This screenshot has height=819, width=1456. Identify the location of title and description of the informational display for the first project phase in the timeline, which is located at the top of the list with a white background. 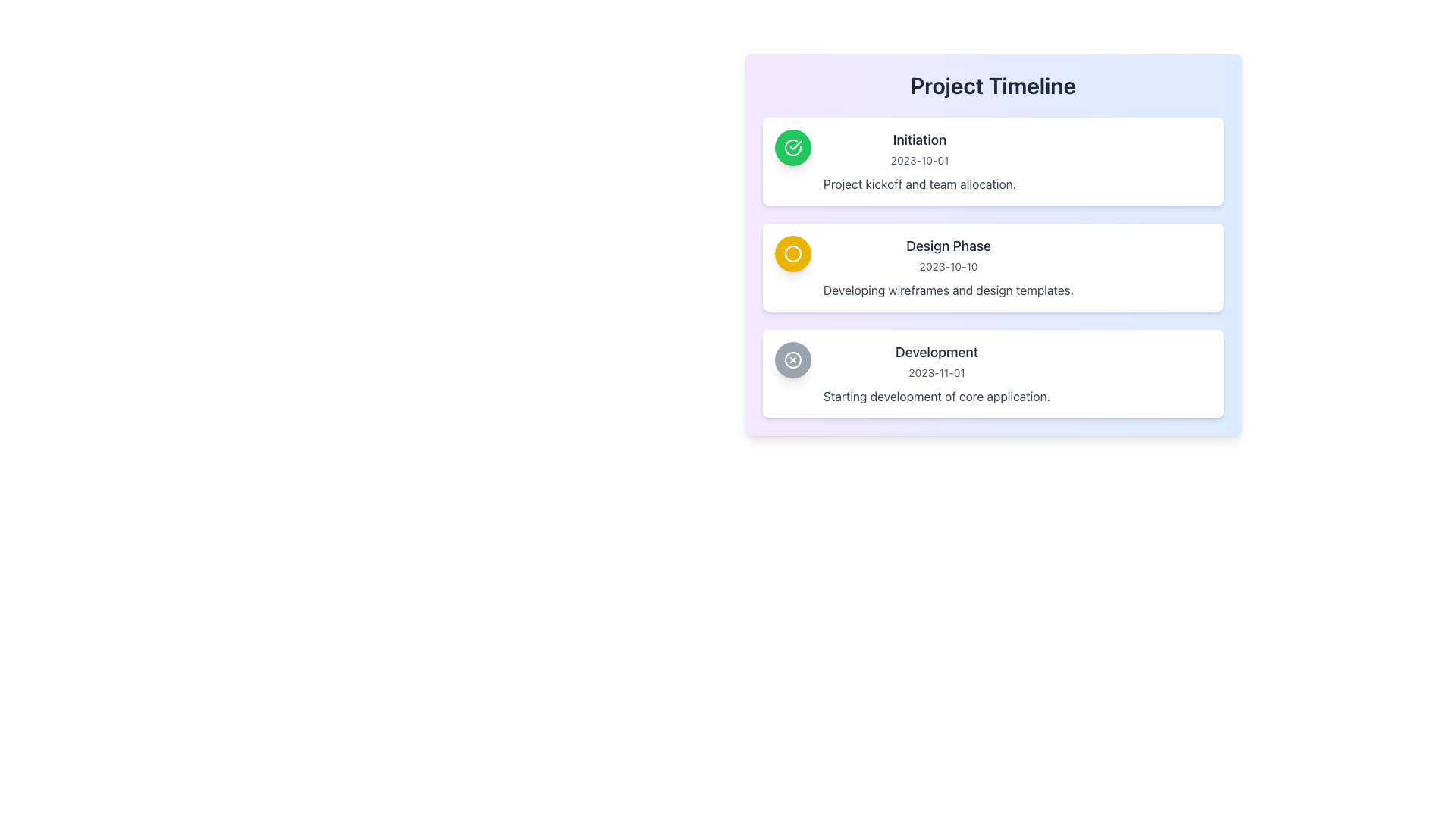
(919, 161).